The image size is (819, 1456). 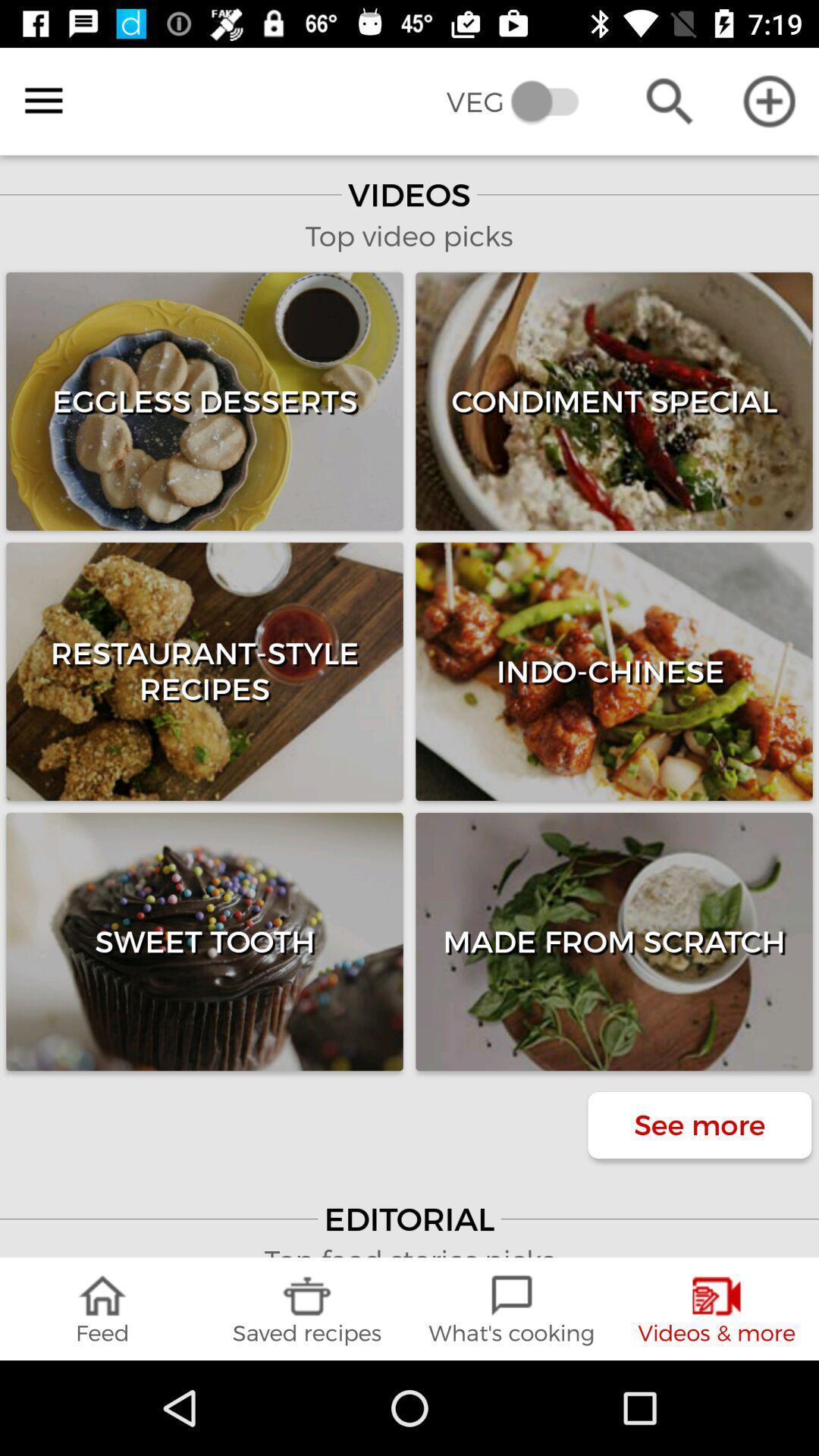 What do you see at coordinates (307, 1308) in the screenshot?
I see `the item to the left of the what's cooking` at bounding box center [307, 1308].